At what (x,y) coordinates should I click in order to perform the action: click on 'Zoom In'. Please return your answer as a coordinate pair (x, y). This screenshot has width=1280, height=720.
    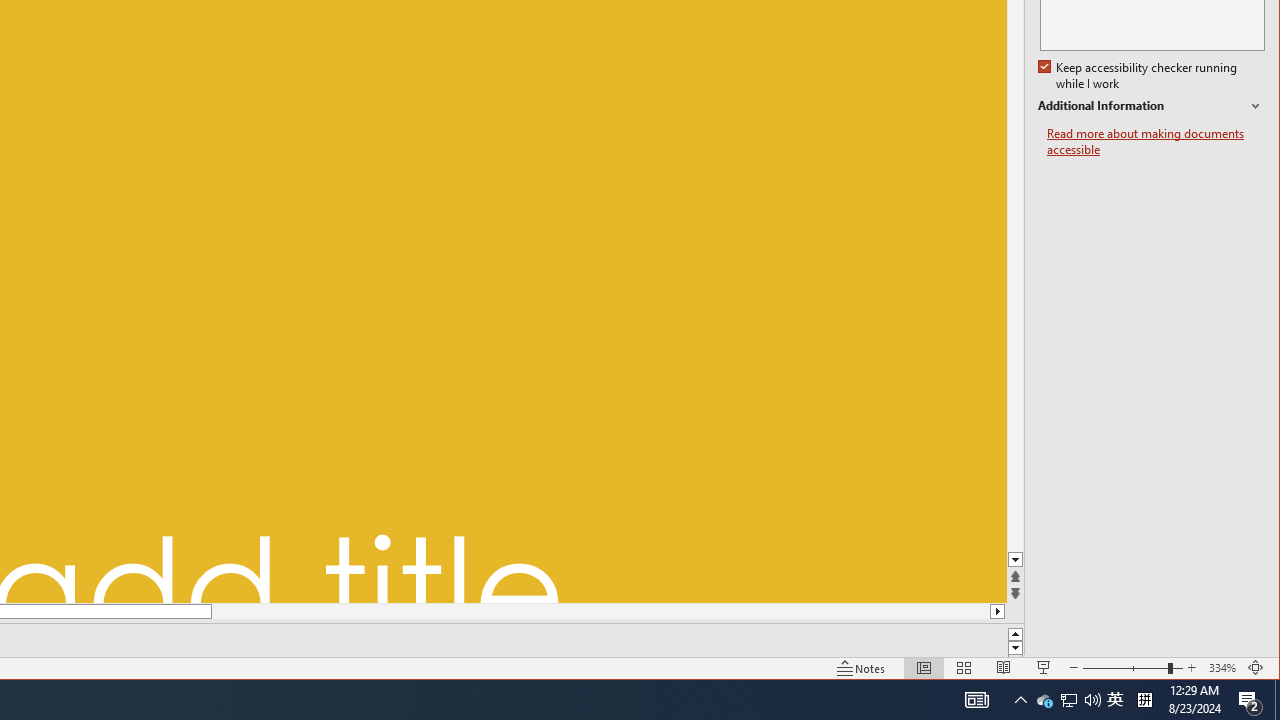
    Looking at the image, I should click on (1191, 668).